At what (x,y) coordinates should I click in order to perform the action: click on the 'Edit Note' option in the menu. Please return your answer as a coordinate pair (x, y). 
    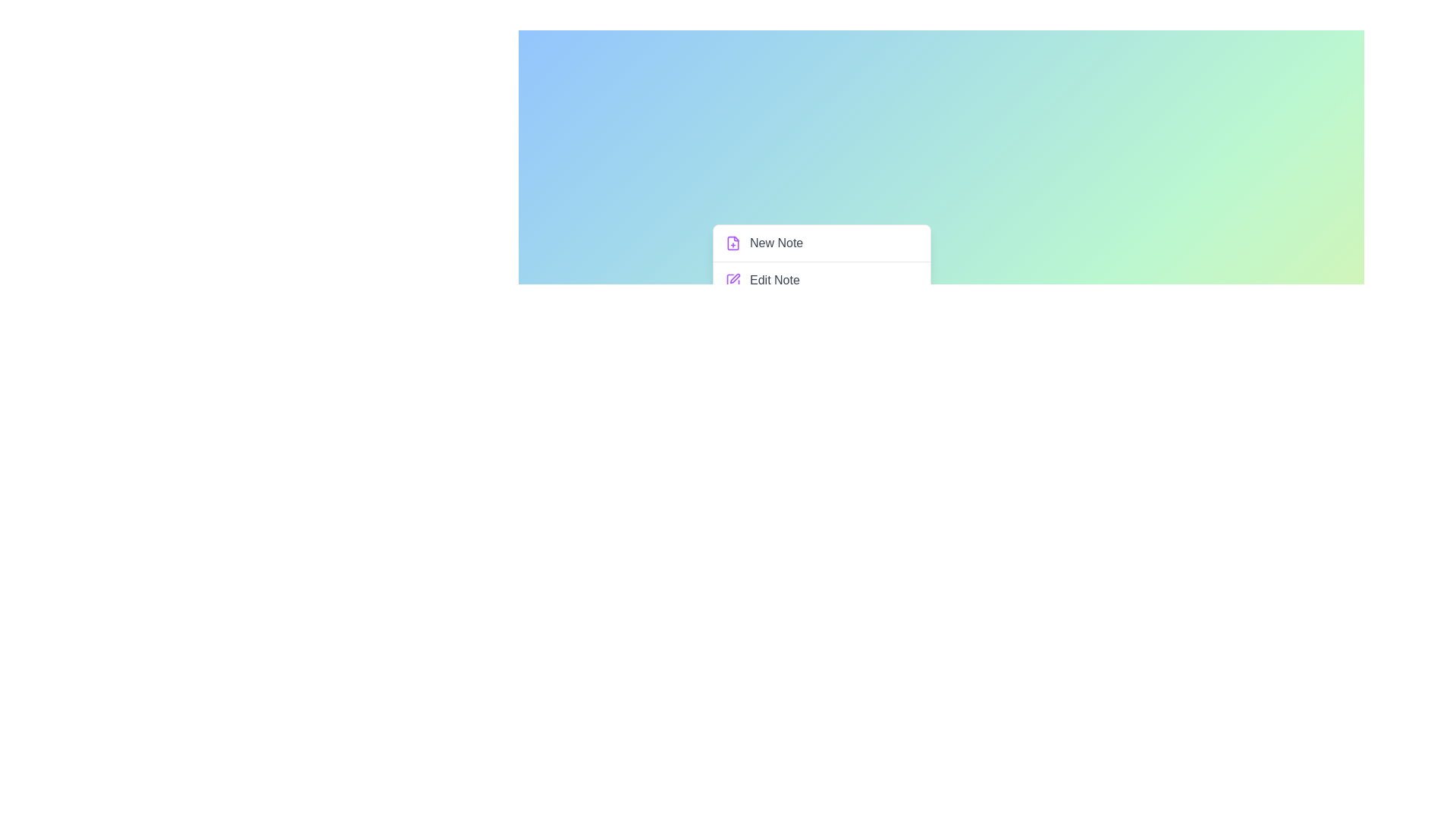
    Looking at the image, I should click on (821, 280).